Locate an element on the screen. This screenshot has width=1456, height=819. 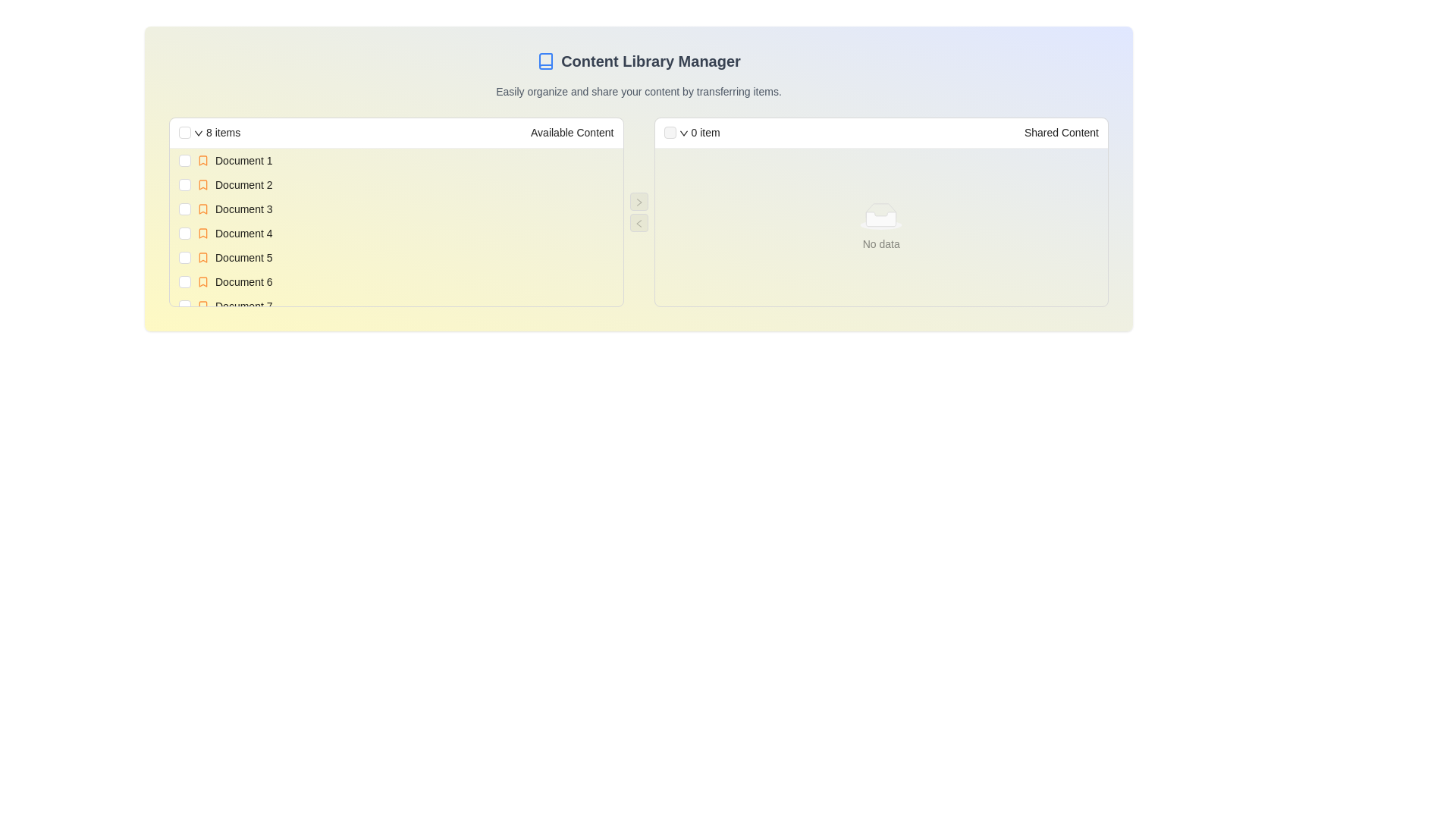
the selectable list item 'Document 3' in the 'Available Content' section is located at coordinates (405, 209).